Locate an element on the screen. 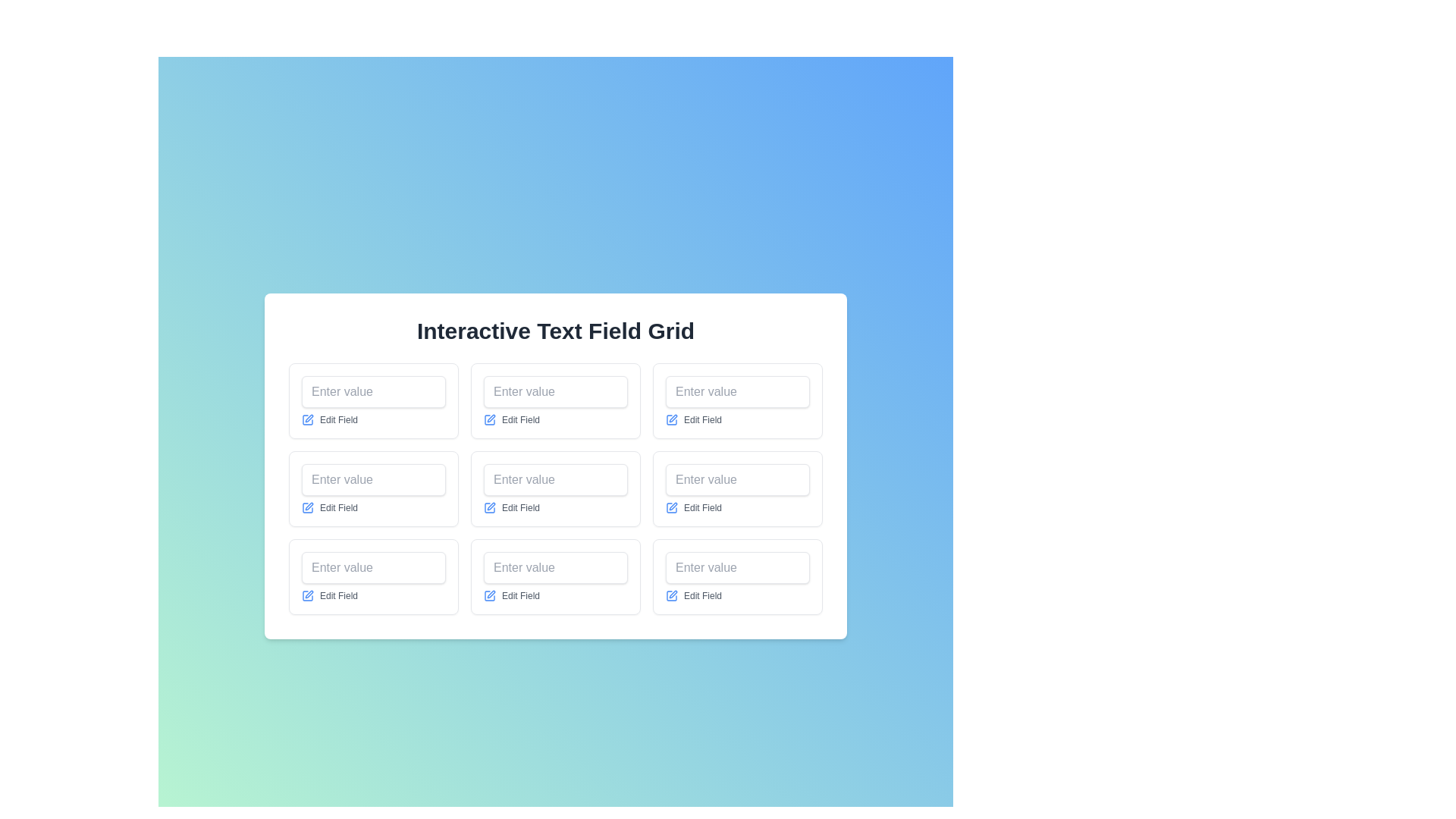 The width and height of the screenshot is (1456, 819). the edit action icon located at the bottom right corner of the grid, adjacent to the 'Edit Field' text is located at coordinates (671, 595).